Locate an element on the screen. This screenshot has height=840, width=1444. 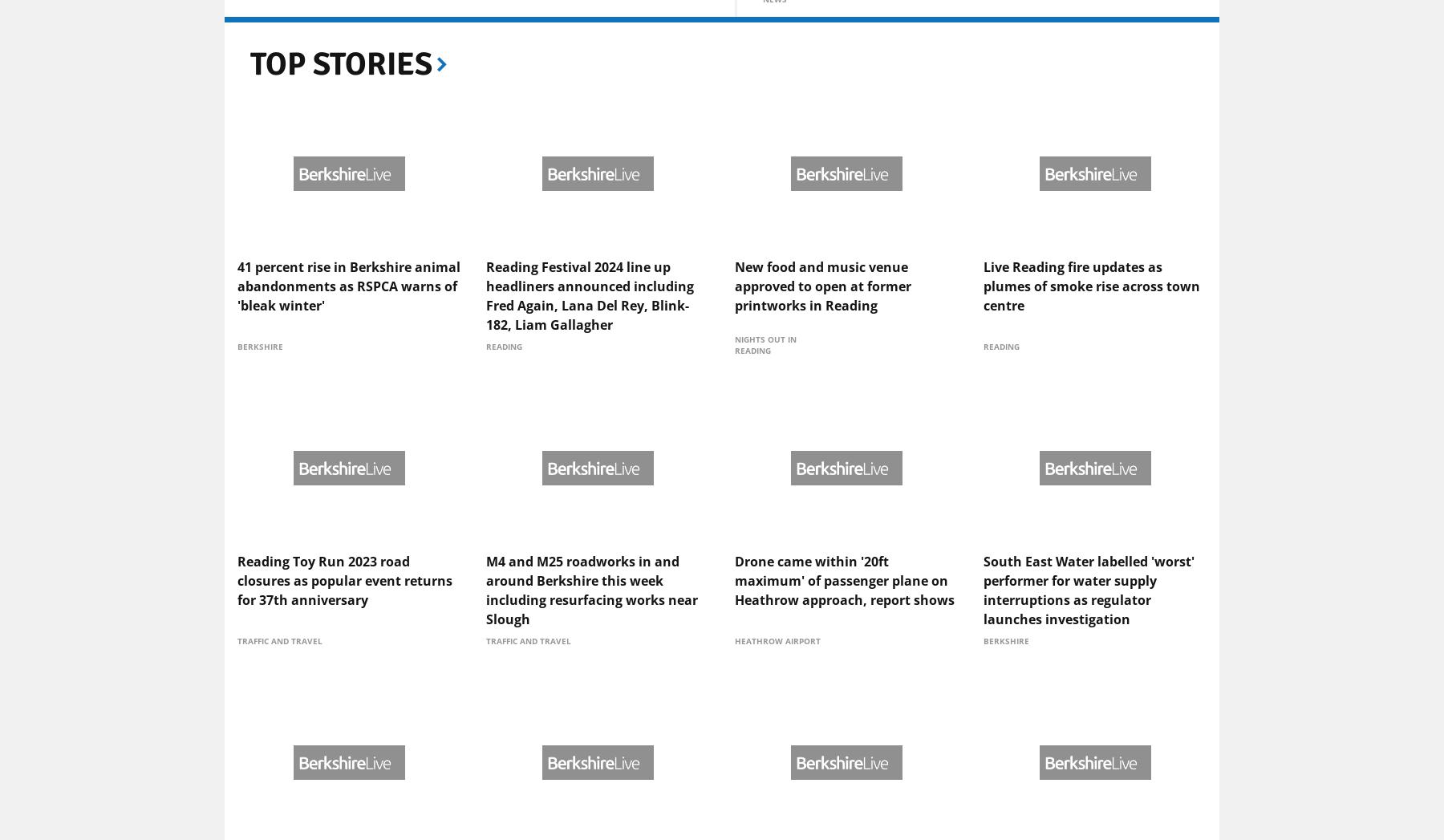
'New food and music venue approved to open at former printworks in Reading' is located at coordinates (823, 412).